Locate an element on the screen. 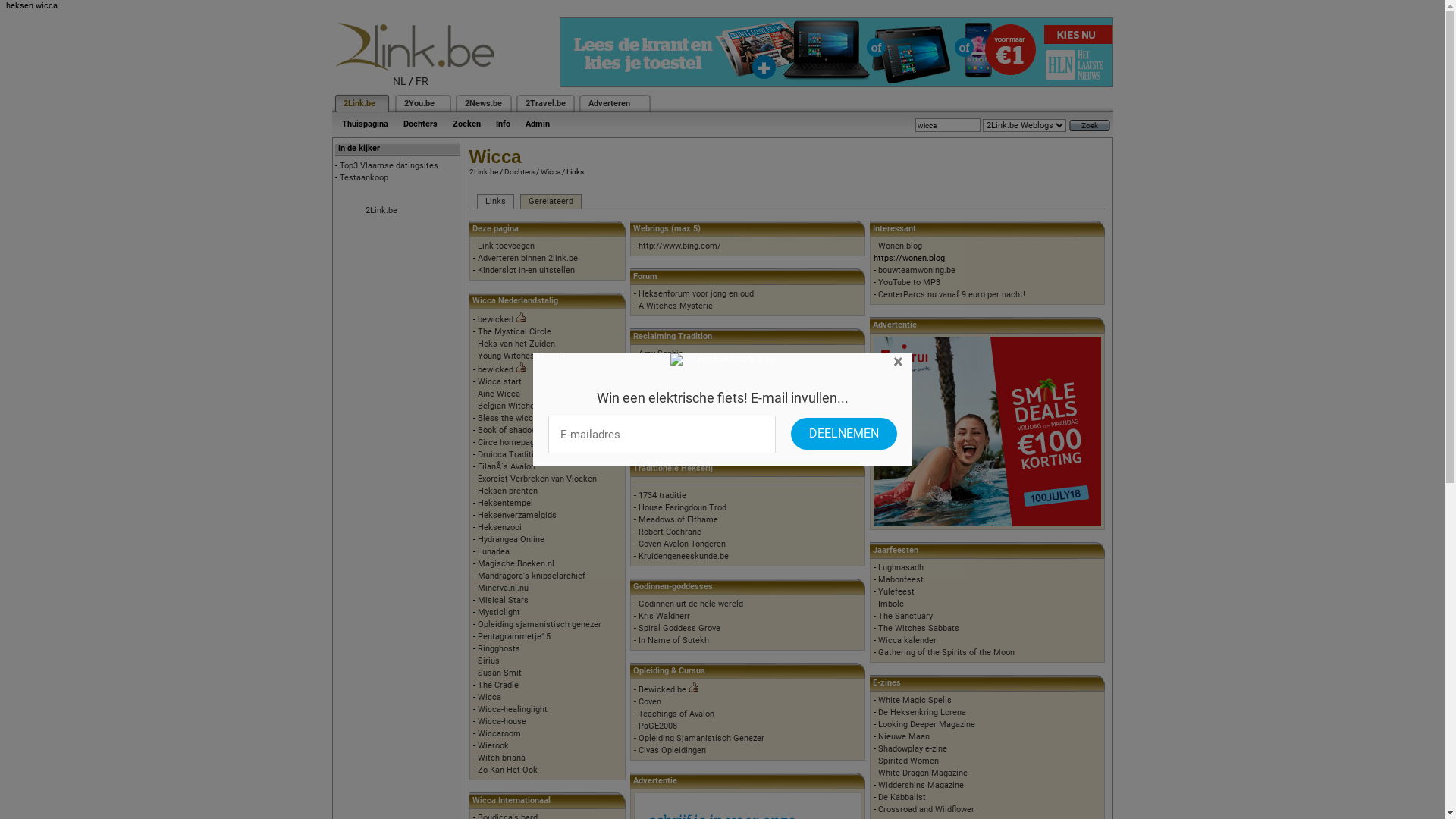 The height and width of the screenshot is (819, 1456). 'Spiral Goddess Grove' is located at coordinates (679, 628).